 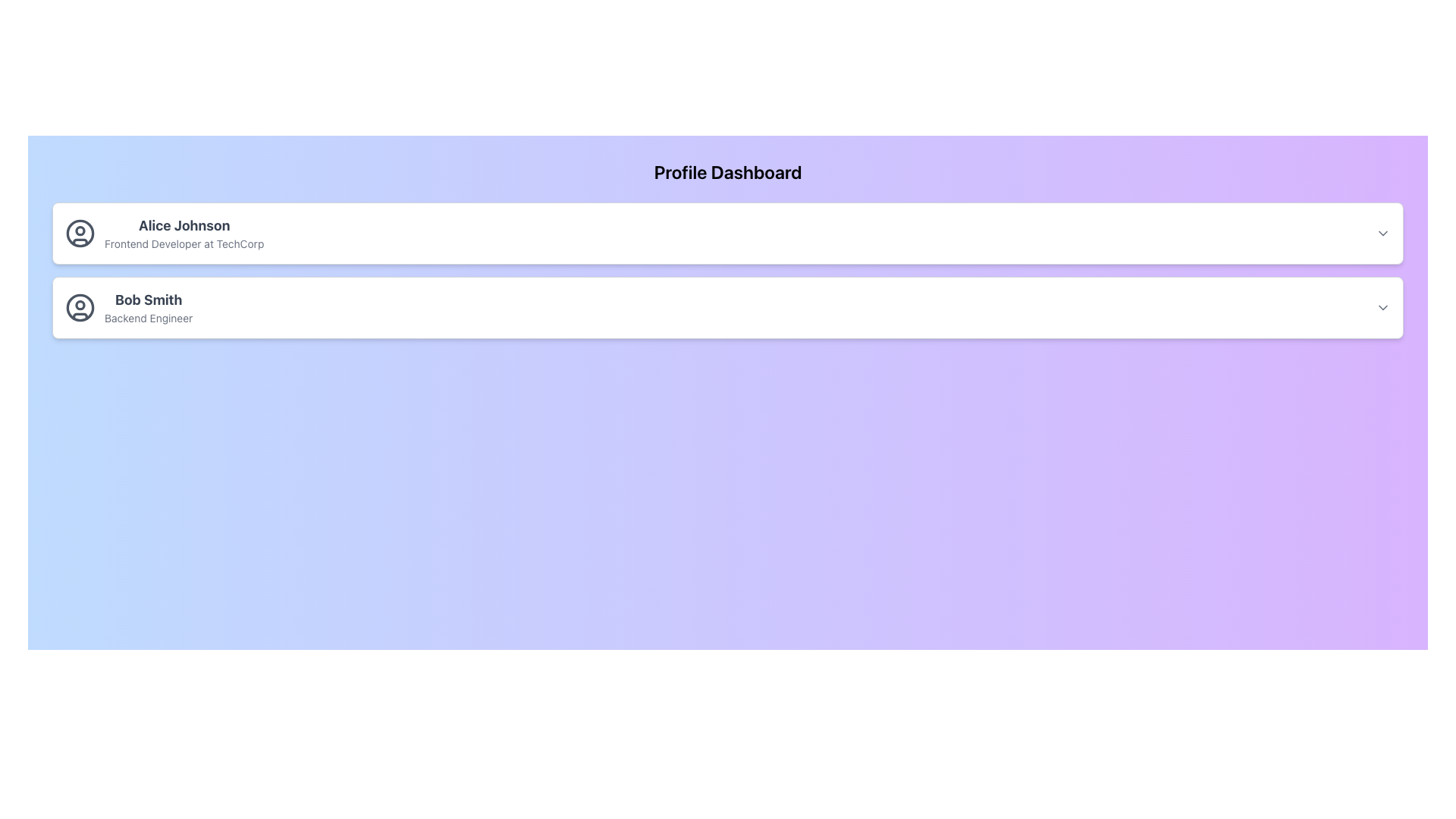 What do you see at coordinates (184, 225) in the screenshot?
I see `the text label displaying 'Alice Johnson' which is bold and larger in font size, located at the top-left of the first profile card` at bounding box center [184, 225].